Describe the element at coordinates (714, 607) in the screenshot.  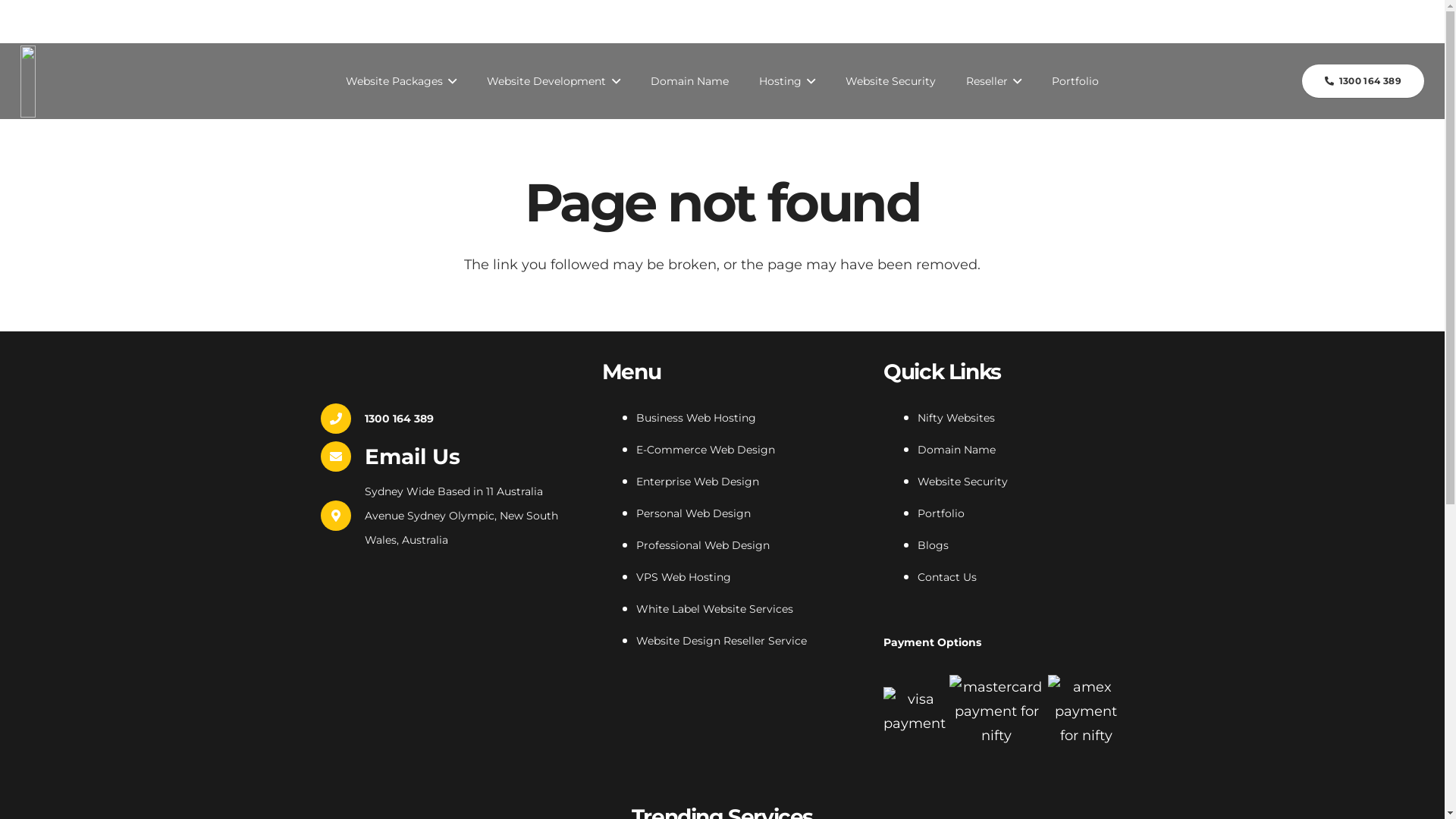
I see `'White Label Website Services'` at that location.